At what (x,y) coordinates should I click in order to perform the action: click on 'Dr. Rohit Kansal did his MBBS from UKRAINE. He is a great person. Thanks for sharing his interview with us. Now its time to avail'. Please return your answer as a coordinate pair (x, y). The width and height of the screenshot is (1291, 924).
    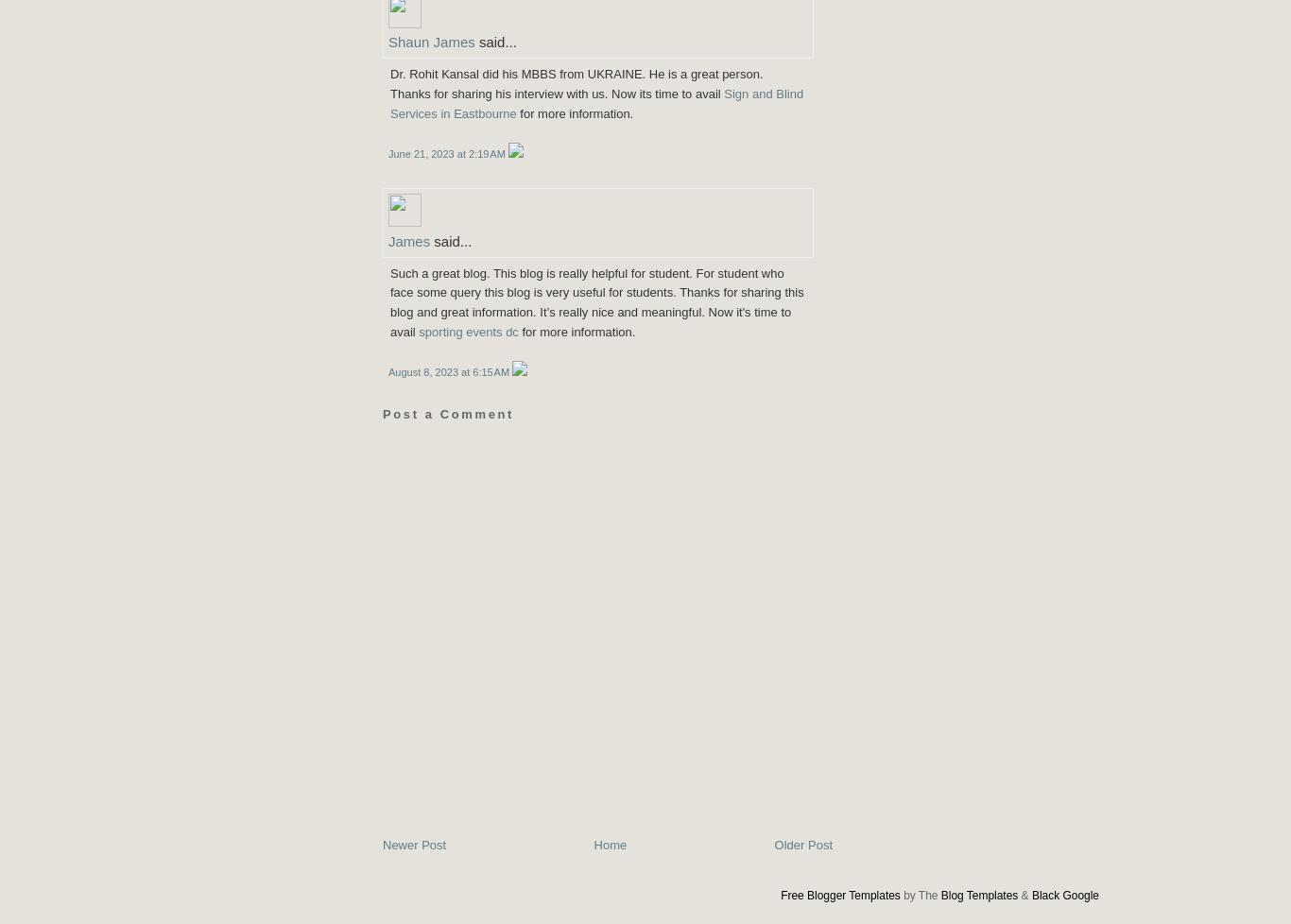
    Looking at the image, I should click on (388, 83).